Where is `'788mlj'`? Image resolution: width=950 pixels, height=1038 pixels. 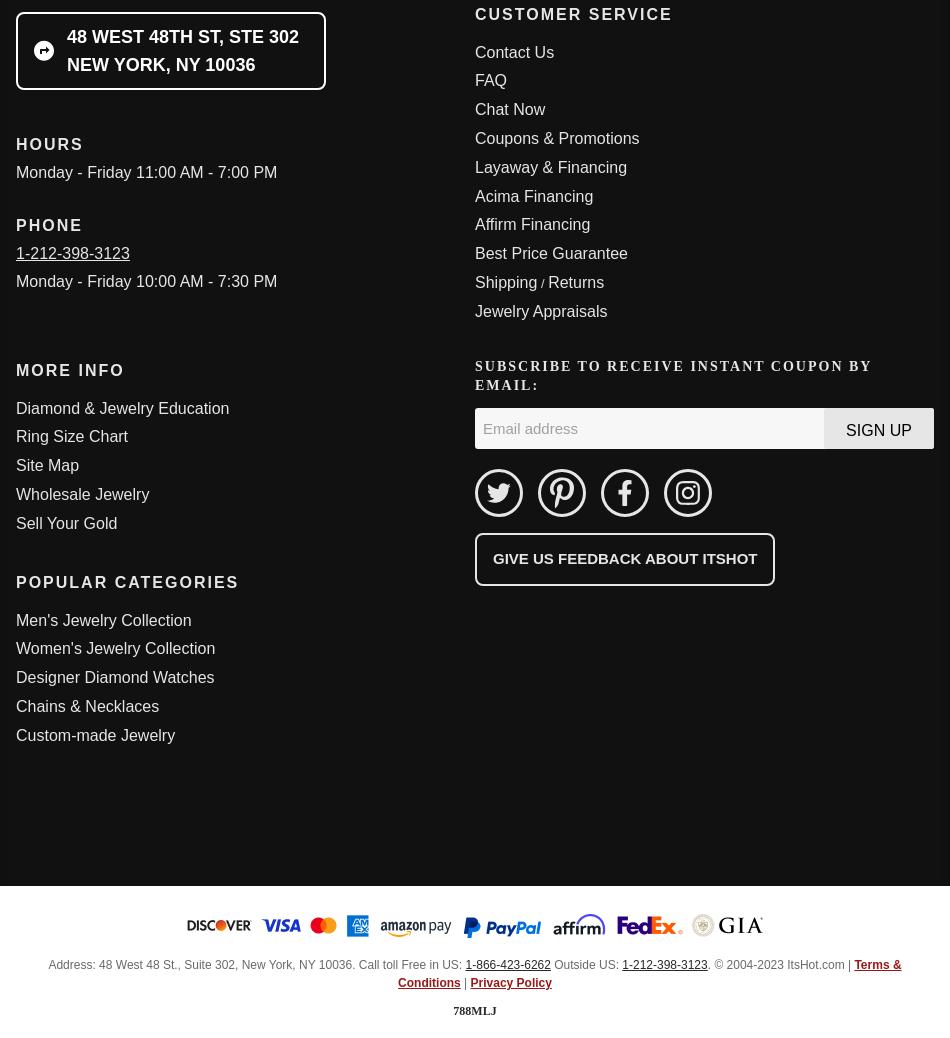 '788mlj' is located at coordinates (473, 1009).